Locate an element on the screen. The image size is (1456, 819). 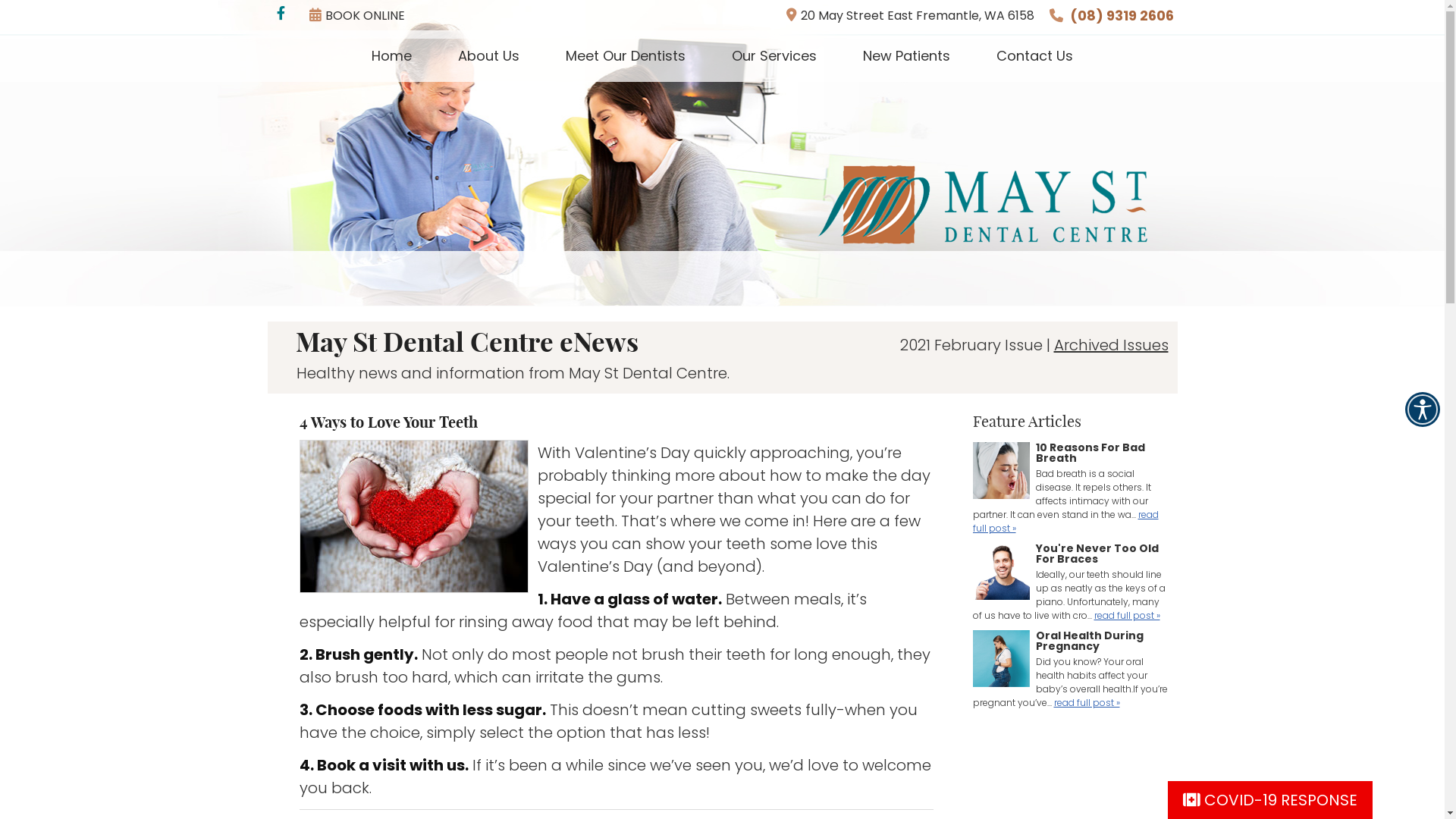
'Meet Our Dentists' is located at coordinates (626, 55).